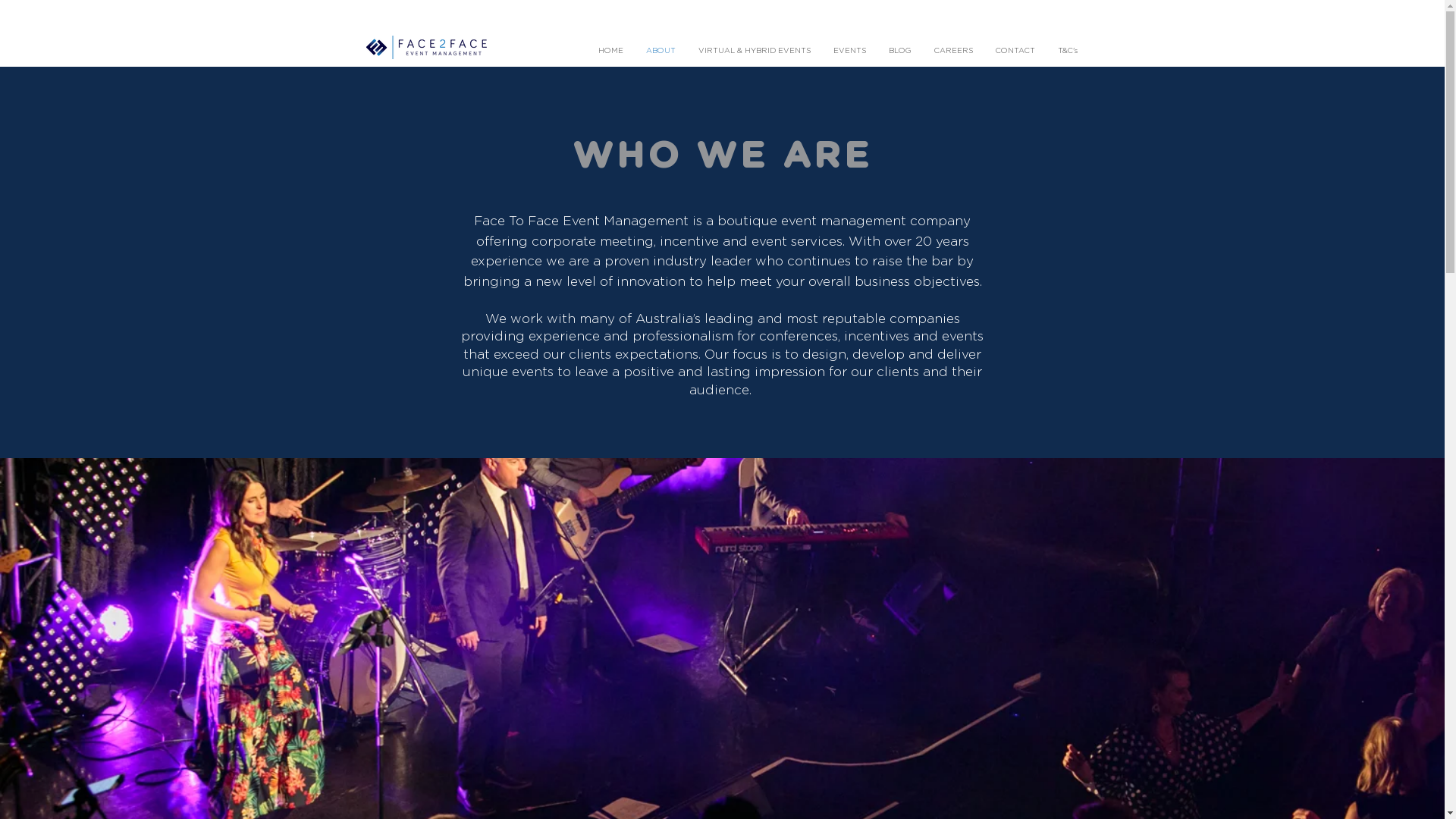  Describe the element at coordinates (660, 50) in the screenshot. I see `'ABOUT'` at that location.